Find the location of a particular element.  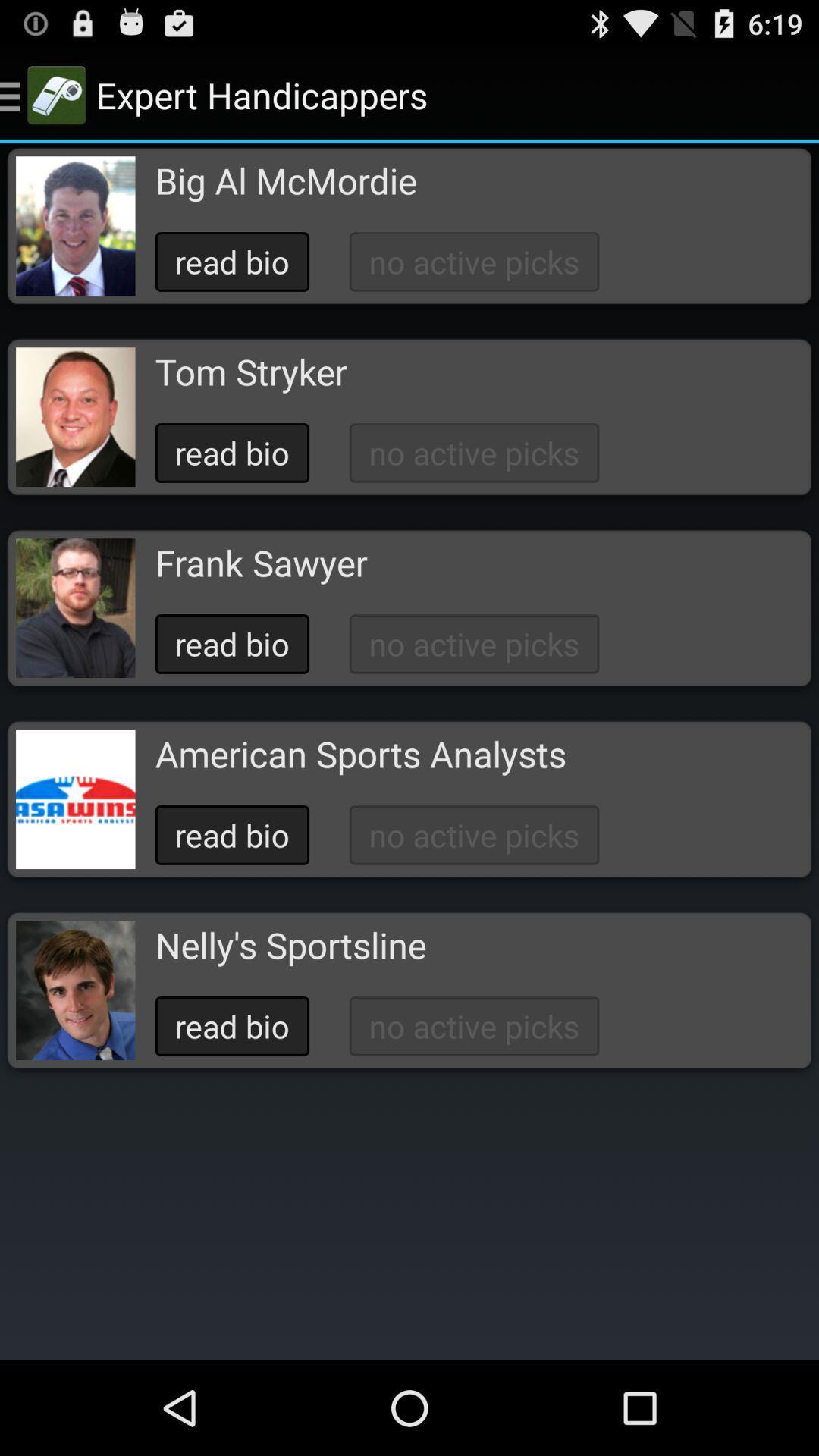

the american sports analysts app is located at coordinates (360, 754).